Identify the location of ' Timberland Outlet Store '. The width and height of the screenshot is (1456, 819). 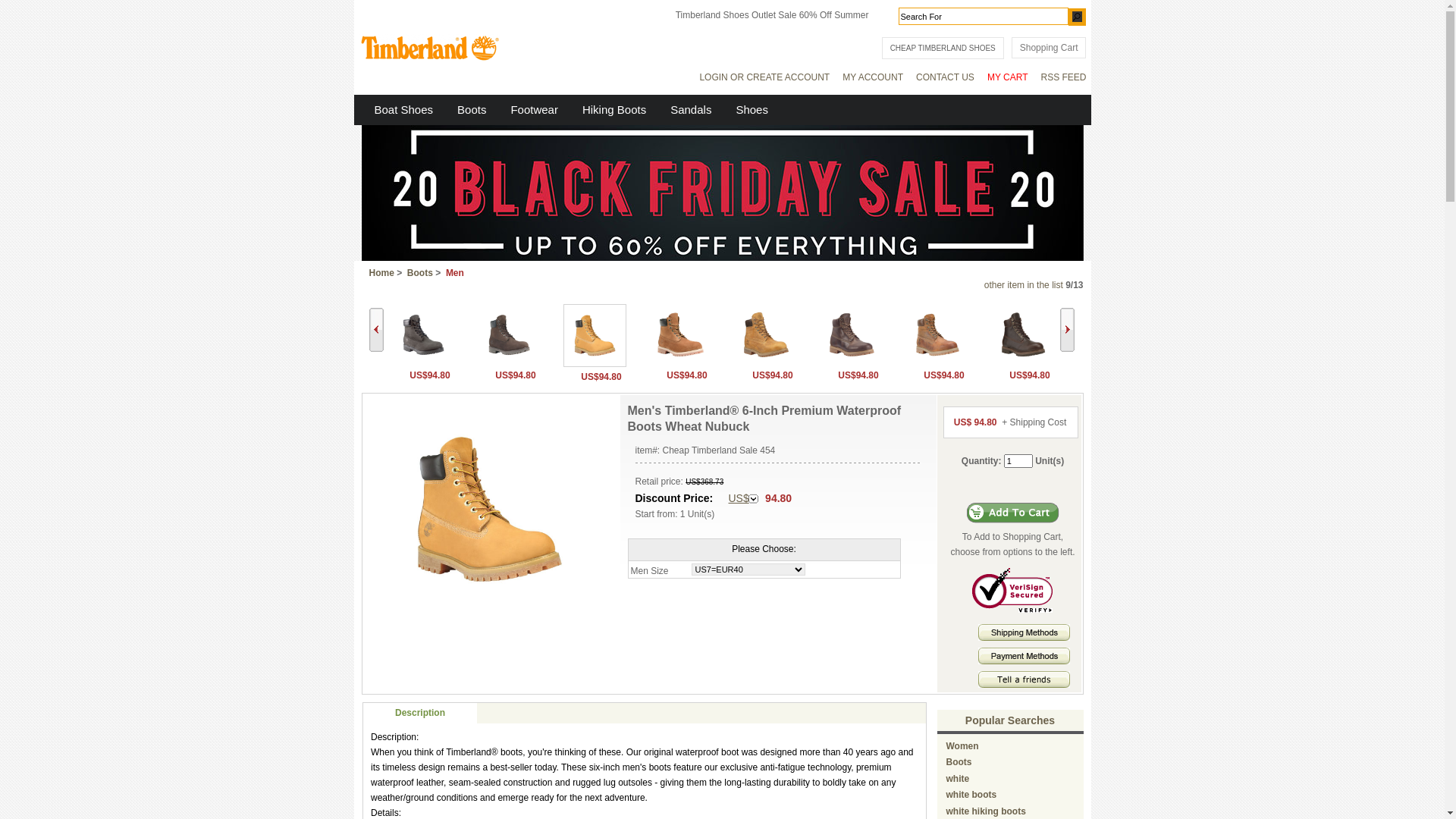
(428, 48).